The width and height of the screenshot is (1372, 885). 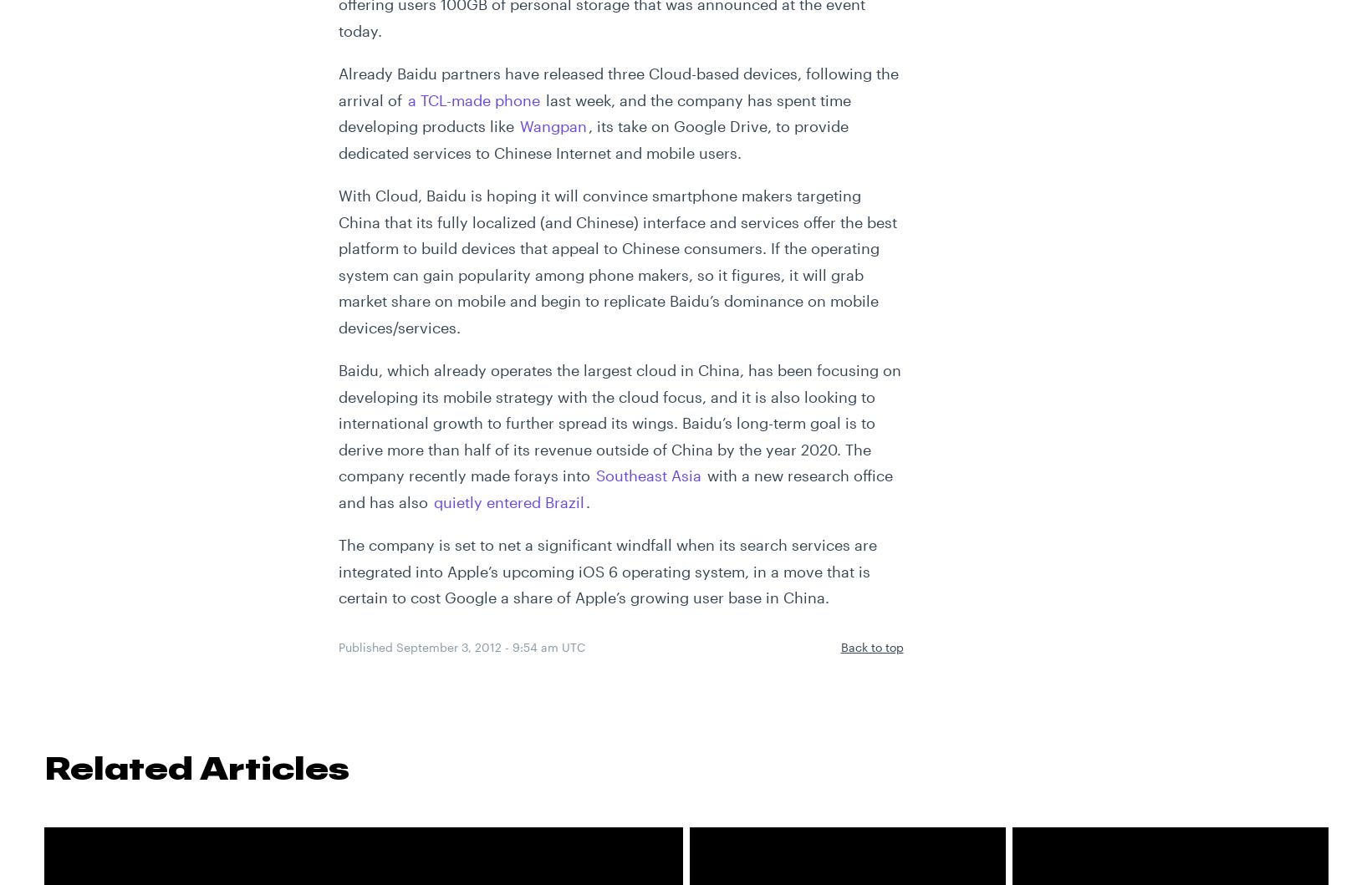 I want to click on 'Baidu, which already operates the largest cloud in China, has been focusing on developing its mobile strategy with the cloud focus, and it is also looking to international growth to further spread its wings. Baidu’s long-term goal is to derive more than half of its revenue outside of China by the year 2020. The company recently made forays into', so click(x=618, y=422).